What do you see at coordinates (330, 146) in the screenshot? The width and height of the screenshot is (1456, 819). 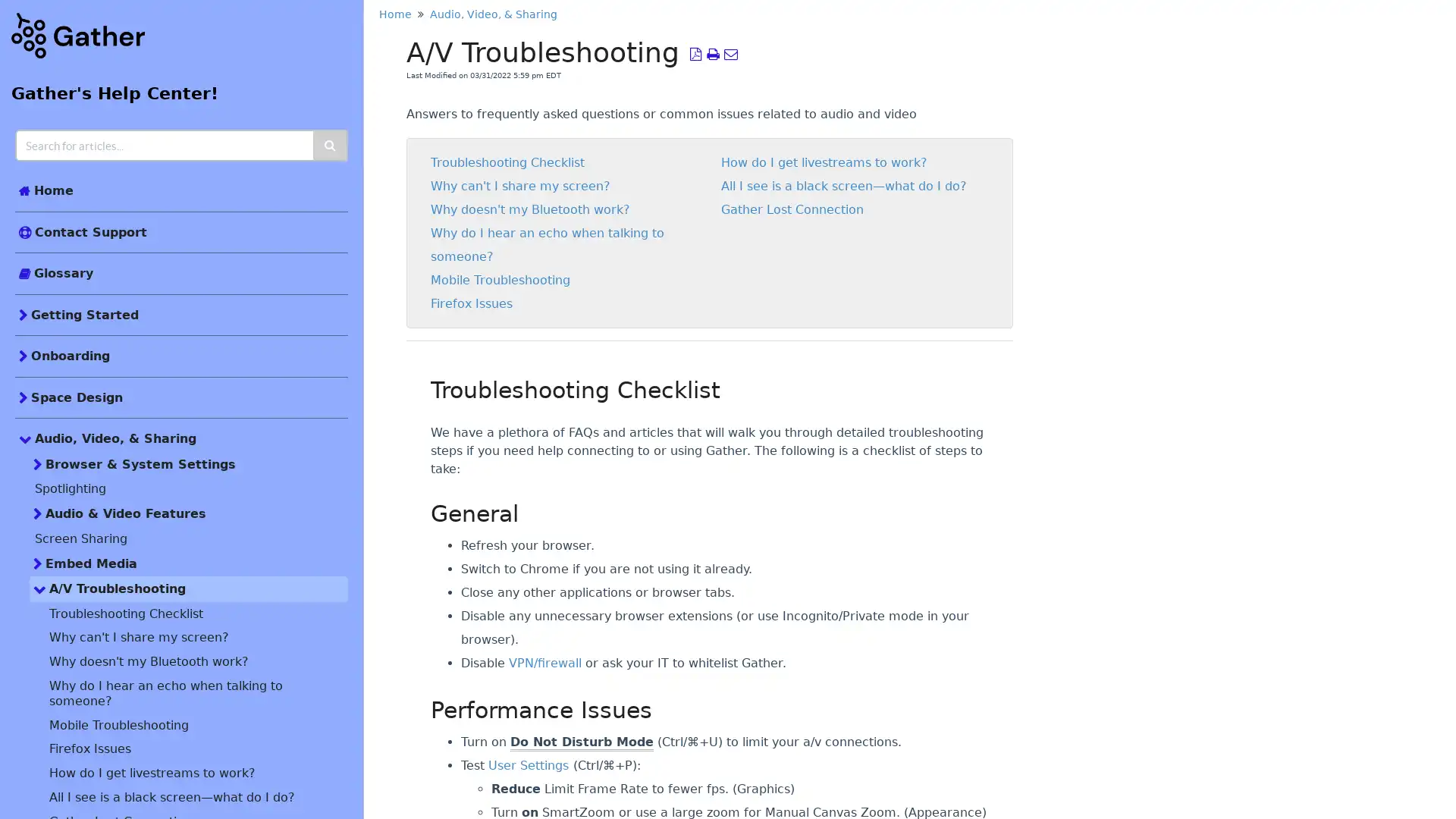 I see `Search` at bounding box center [330, 146].